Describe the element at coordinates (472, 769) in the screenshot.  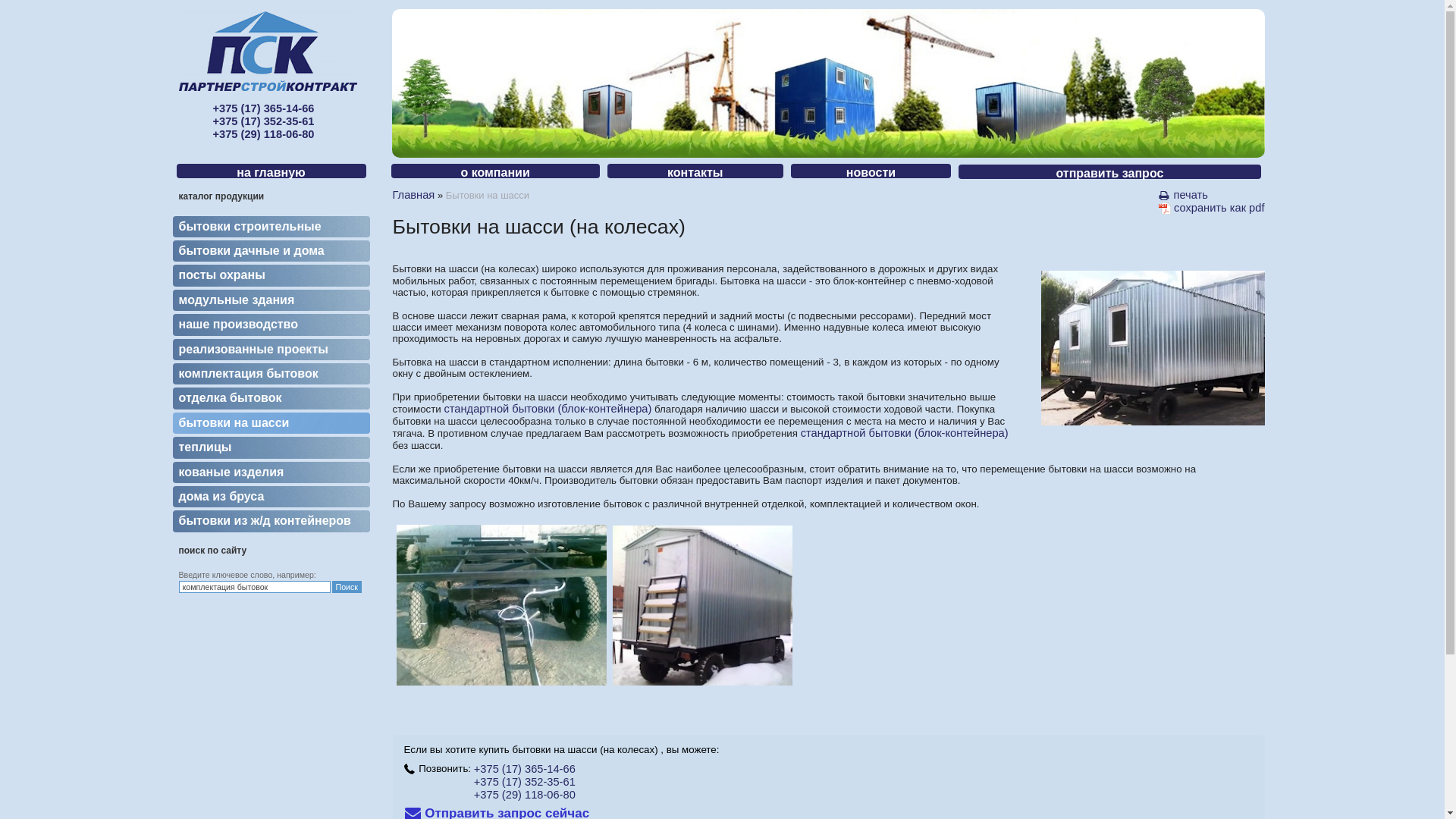
I see `'+375 (17) 365-14-66'` at that location.